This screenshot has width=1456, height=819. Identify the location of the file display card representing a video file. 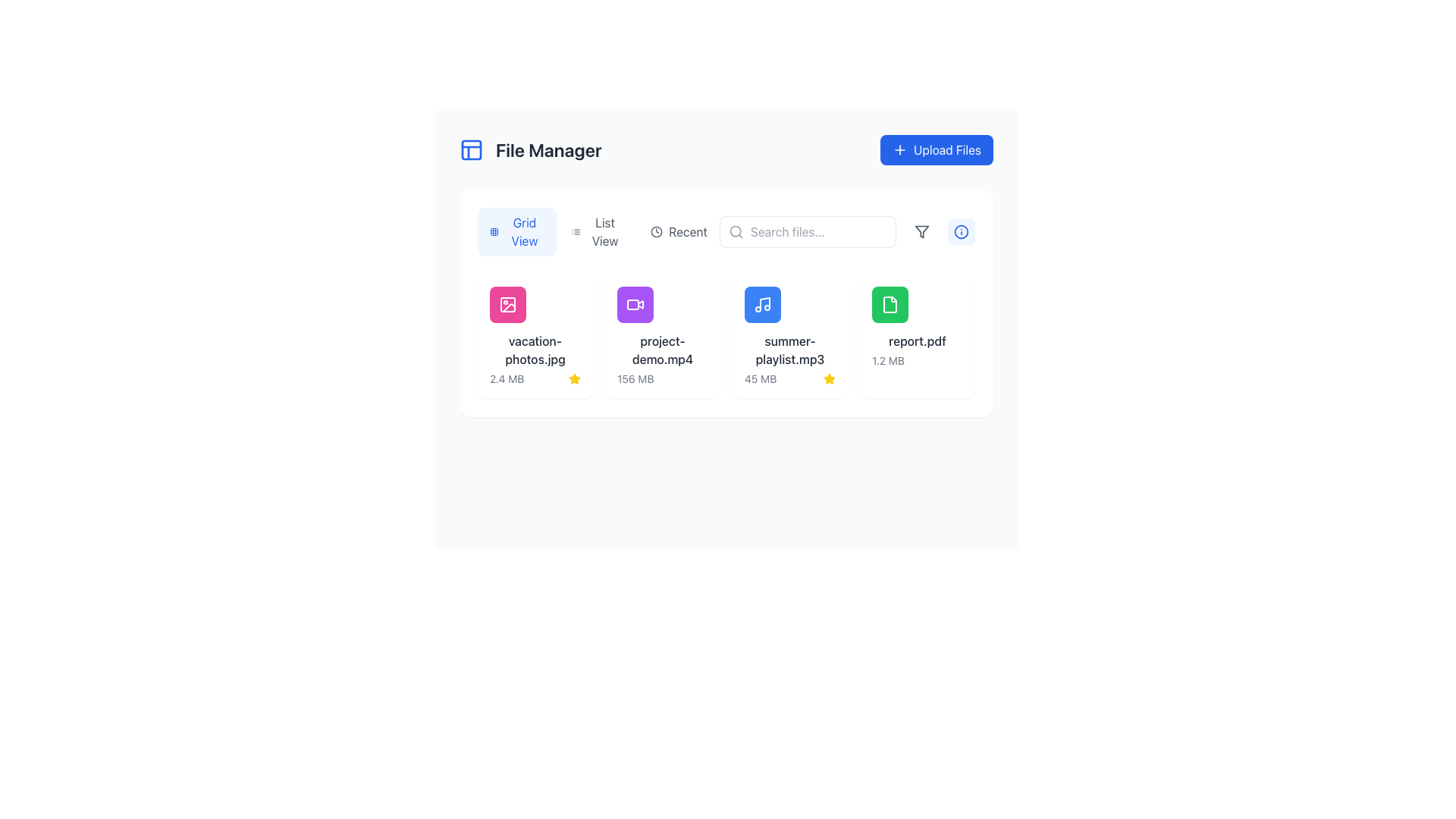
(662, 335).